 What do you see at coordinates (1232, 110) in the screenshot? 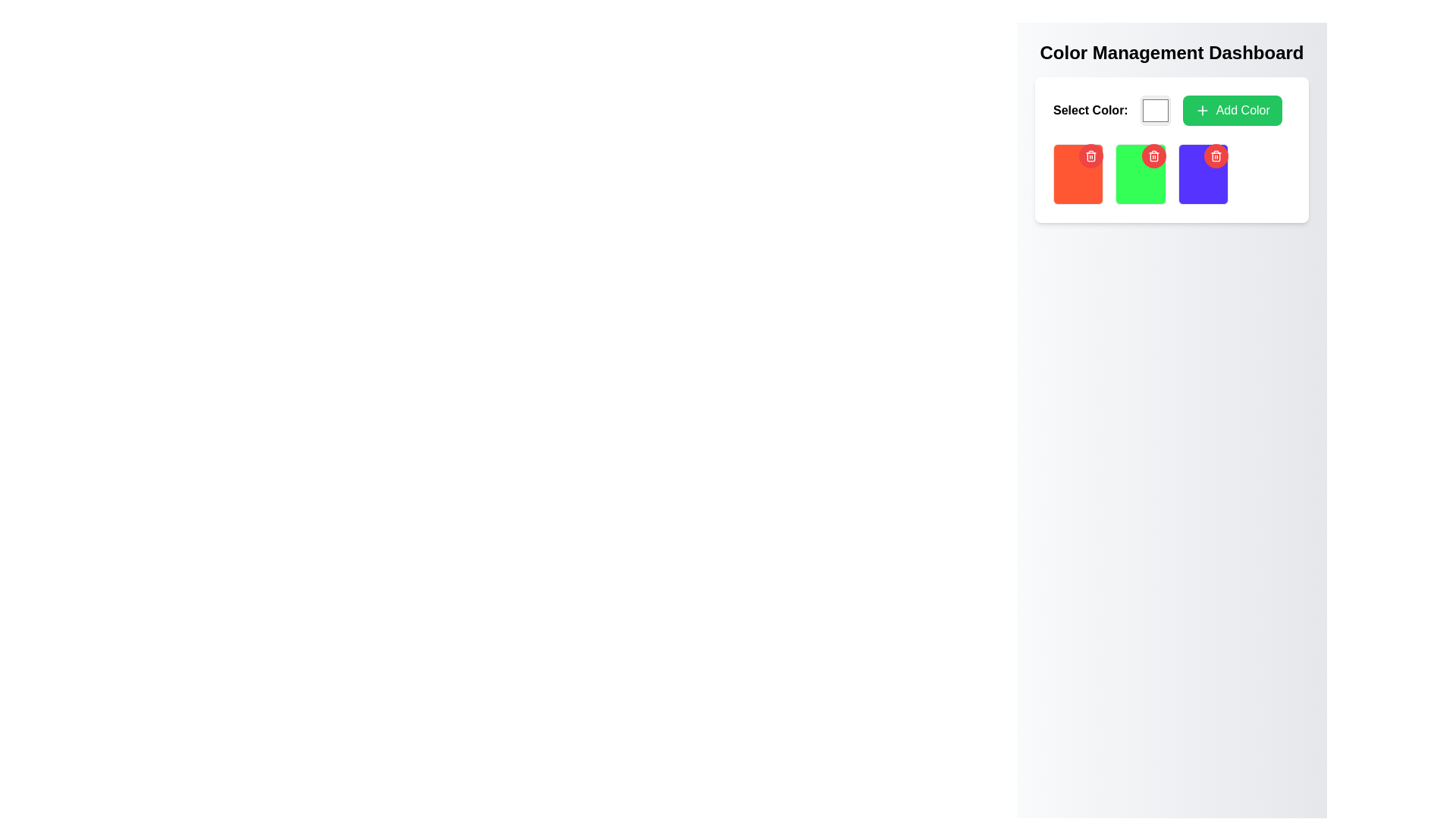
I see `the 'Add Color' button, which is a rectangular button with rounded corners, filled with a green background and displaying white text along with a plus icon, located in the top-right corner of the color selection area` at bounding box center [1232, 110].